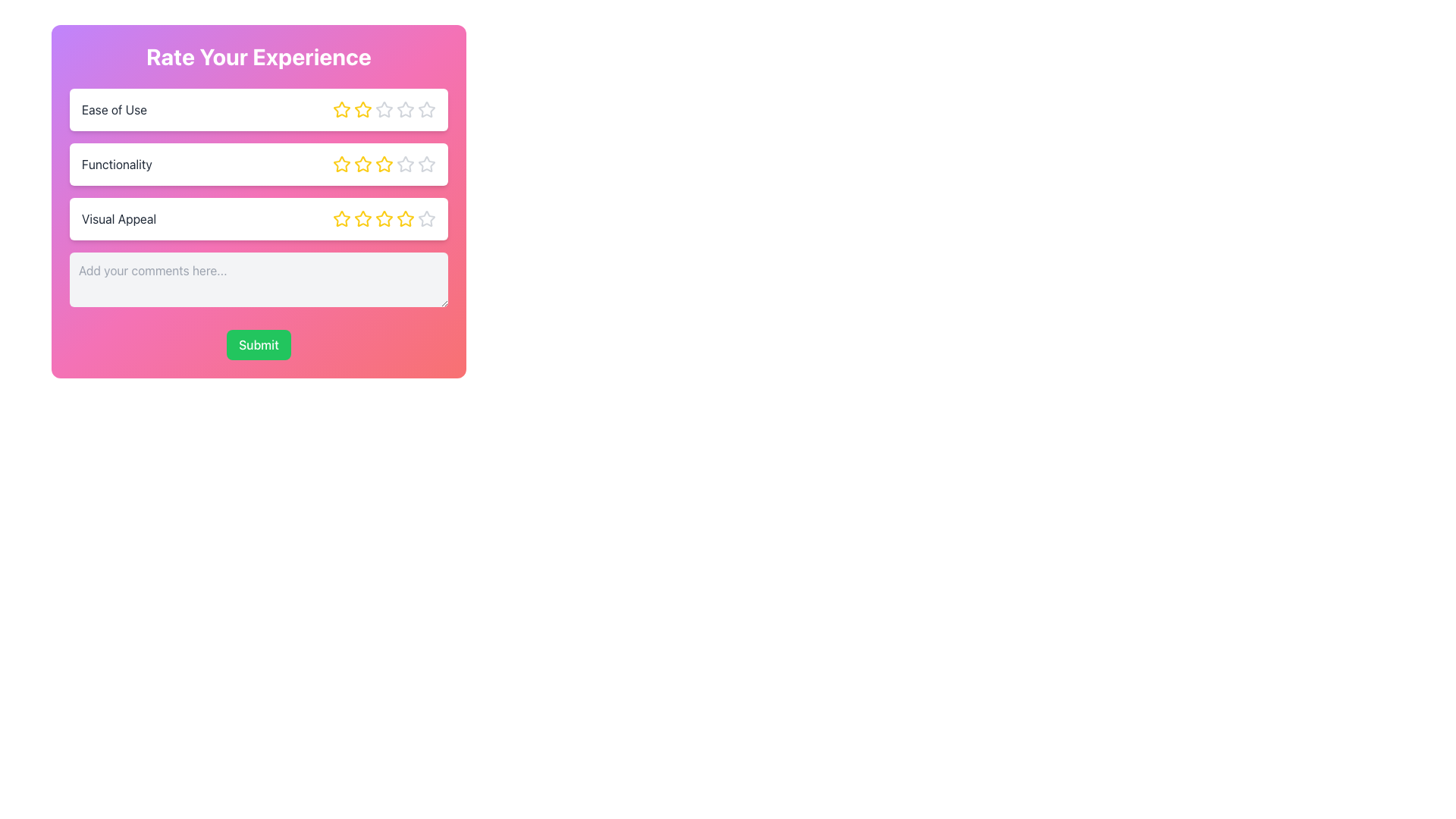 Image resolution: width=1456 pixels, height=819 pixels. I want to click on the first interactive rating star icon to indicate a rating for 'Visual Appeal', so click(341, 219).